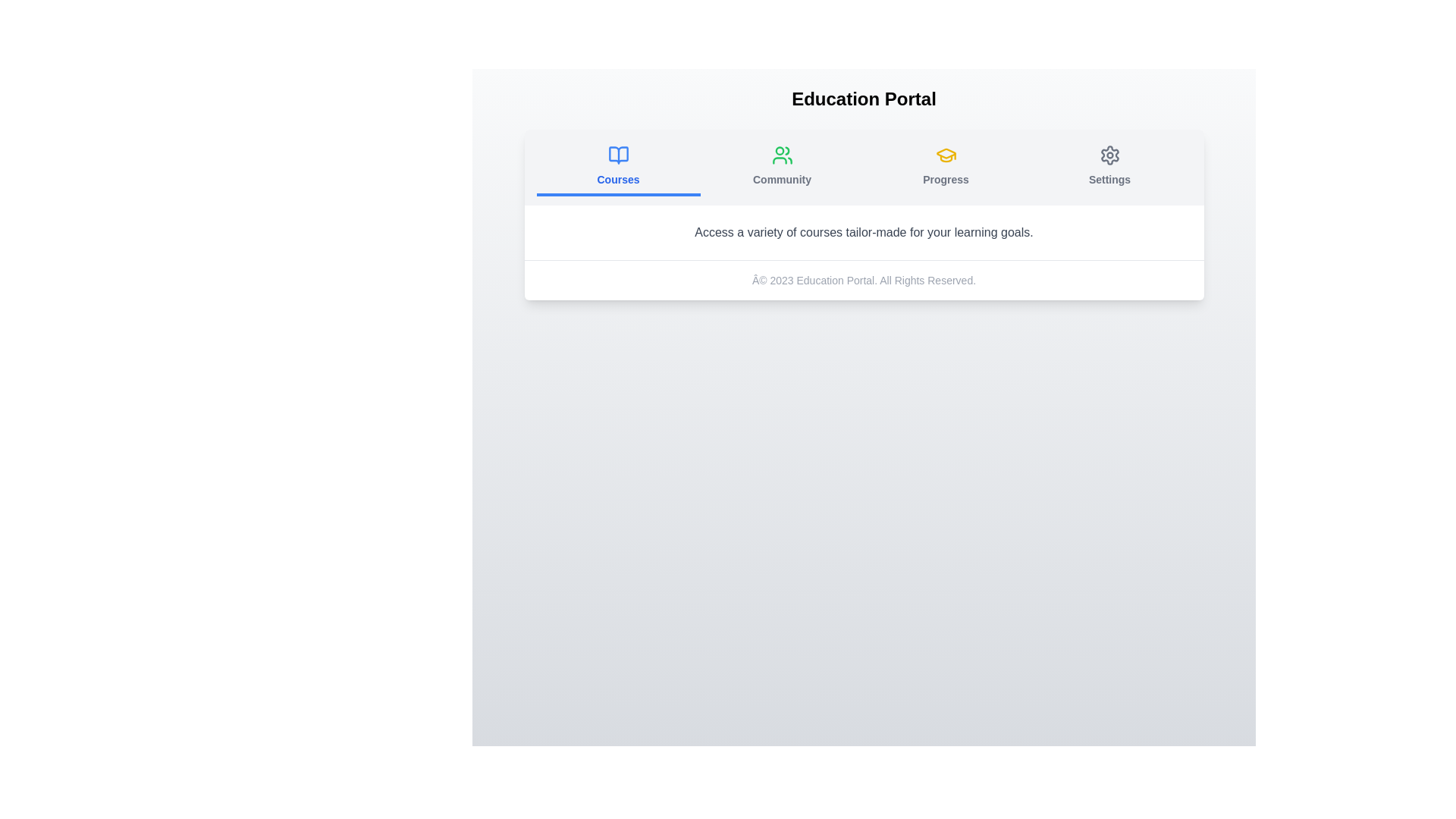 The image size is (1456, 819). Describe the element at coordinates (1109, 155) in the screenshot. I see `the gear icon labeled 'Settings' located at the top-right section of the interface` at that location.